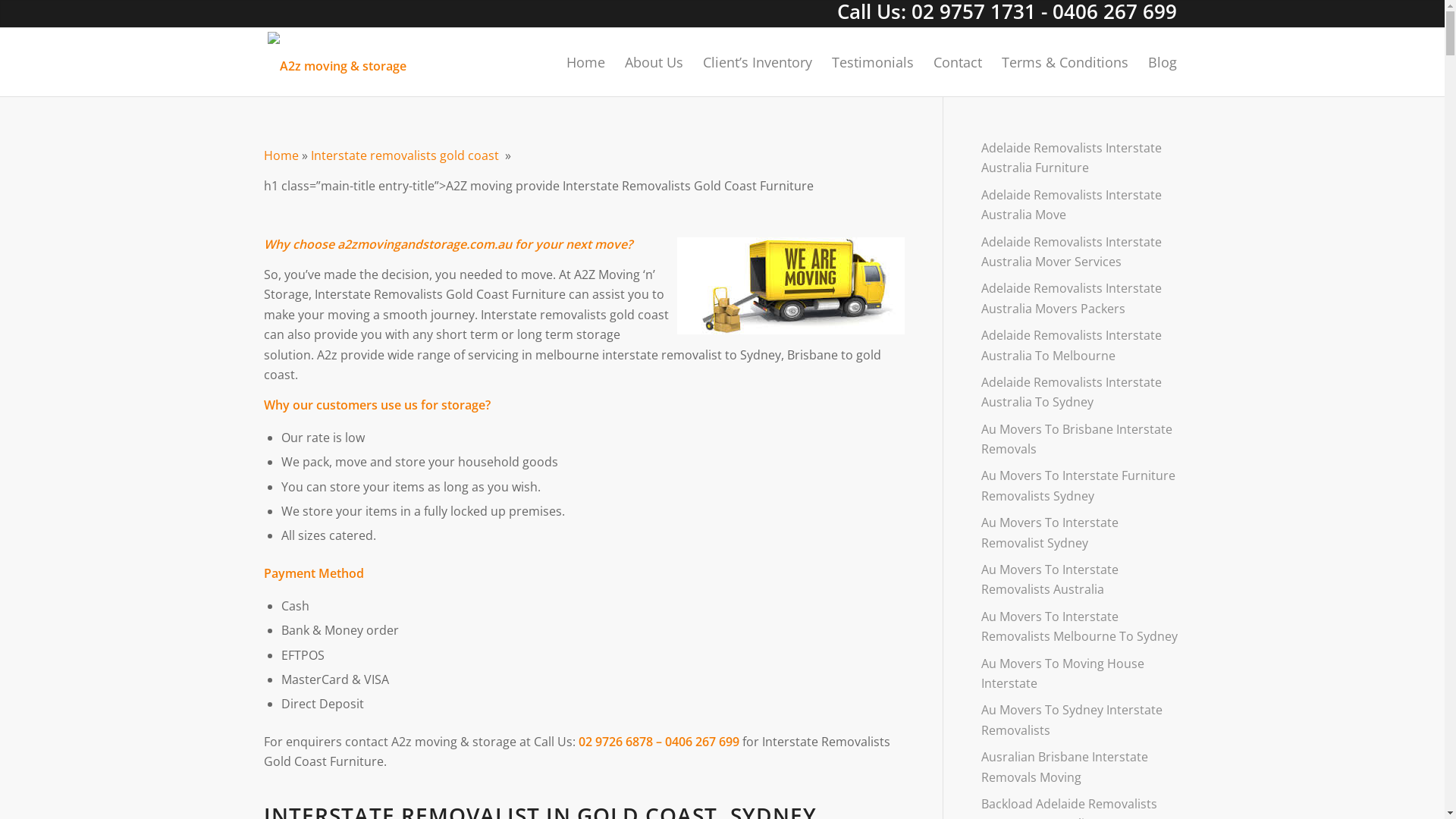 This screenshot has width=1456, height=819. Describe the element at coordinates (981, 345) in the screenshot. I see `'Adelaide Removalists Interstate Australia To Melbourne'` at that location.